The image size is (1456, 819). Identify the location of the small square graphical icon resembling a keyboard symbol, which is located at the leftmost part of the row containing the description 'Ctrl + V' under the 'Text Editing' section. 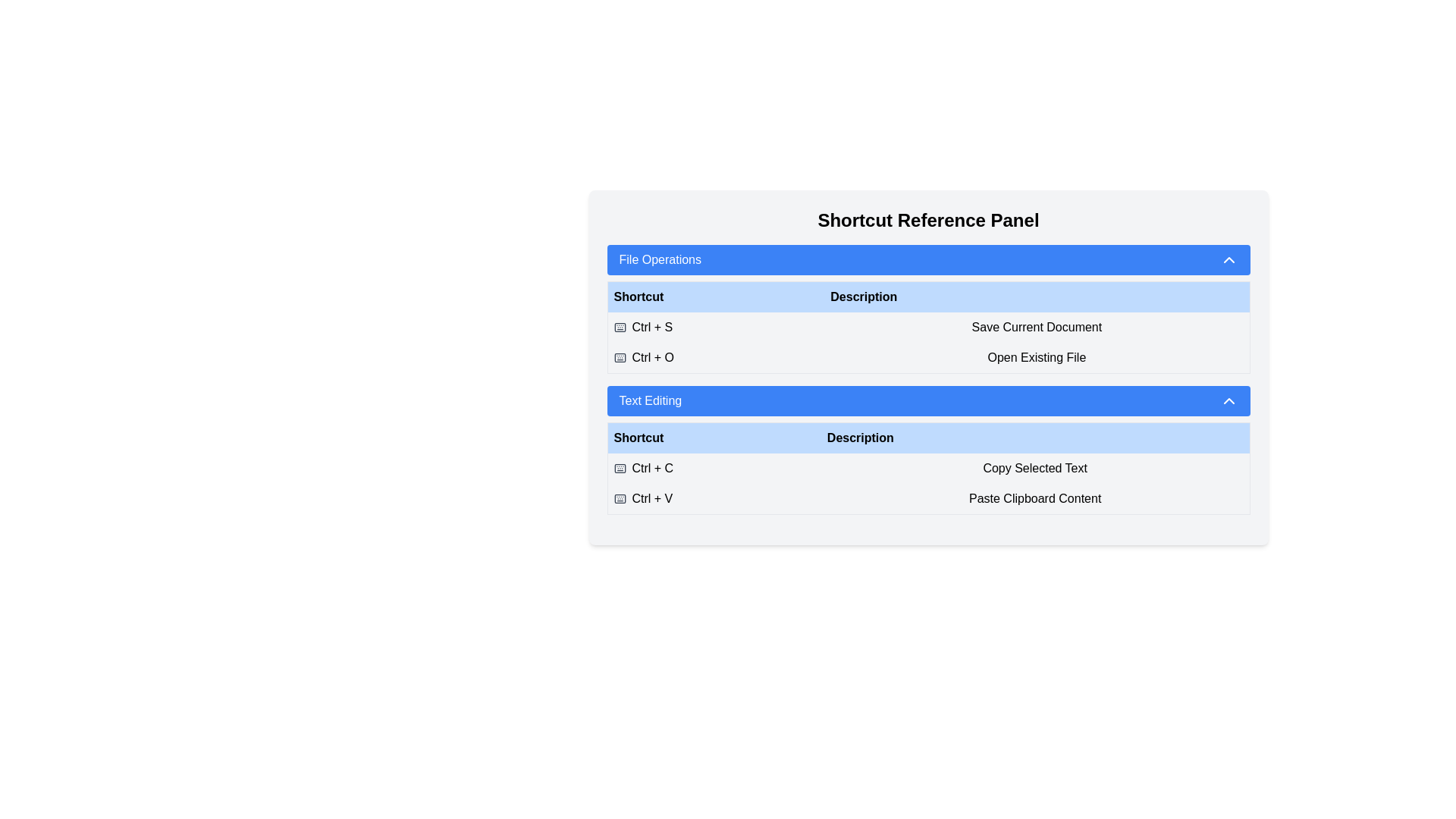
(620, 499).